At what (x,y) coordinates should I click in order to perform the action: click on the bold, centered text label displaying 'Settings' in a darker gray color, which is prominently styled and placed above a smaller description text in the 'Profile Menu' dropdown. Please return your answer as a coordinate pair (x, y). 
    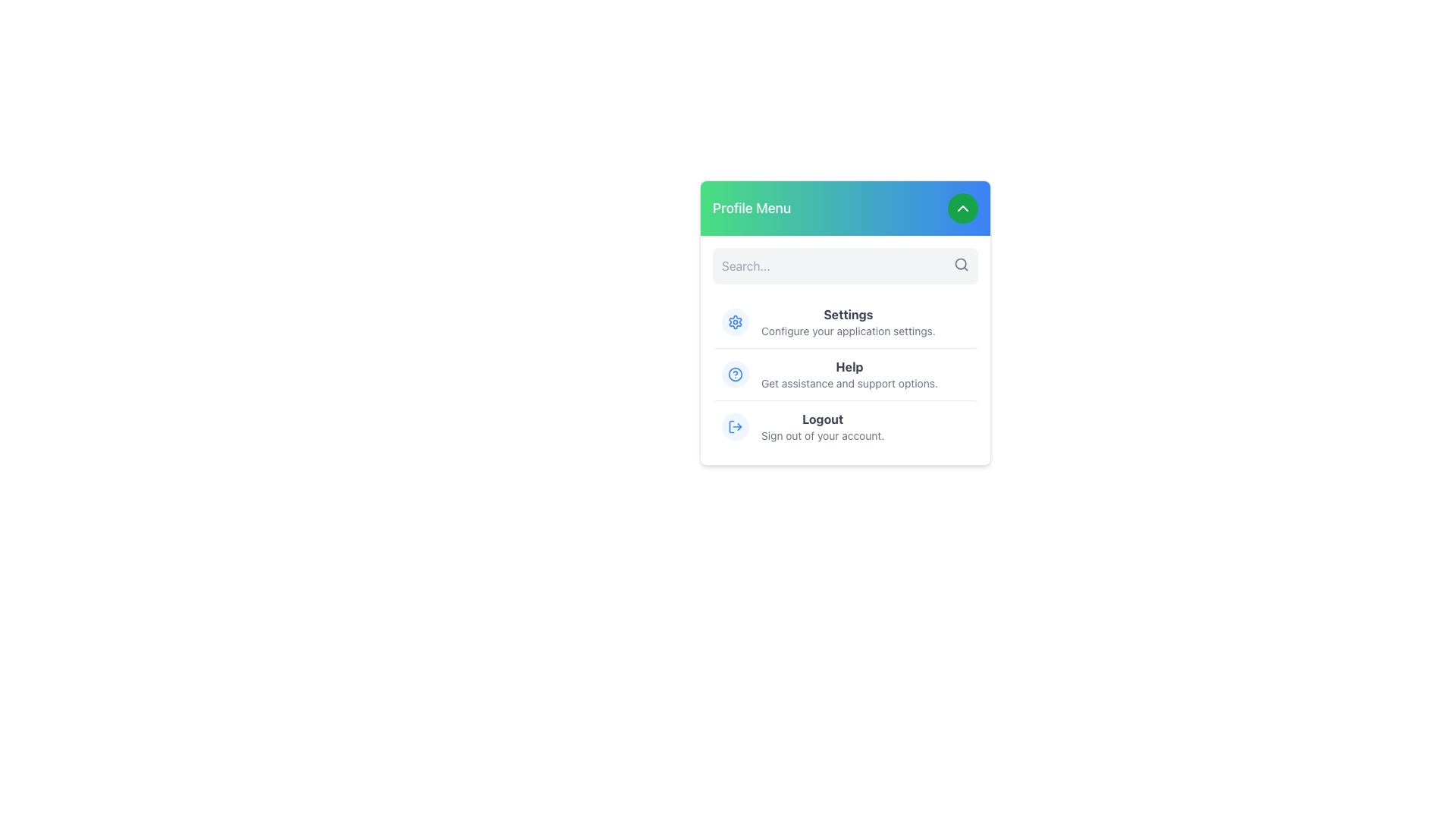
    Looking at the image, I should click on (847, 314).